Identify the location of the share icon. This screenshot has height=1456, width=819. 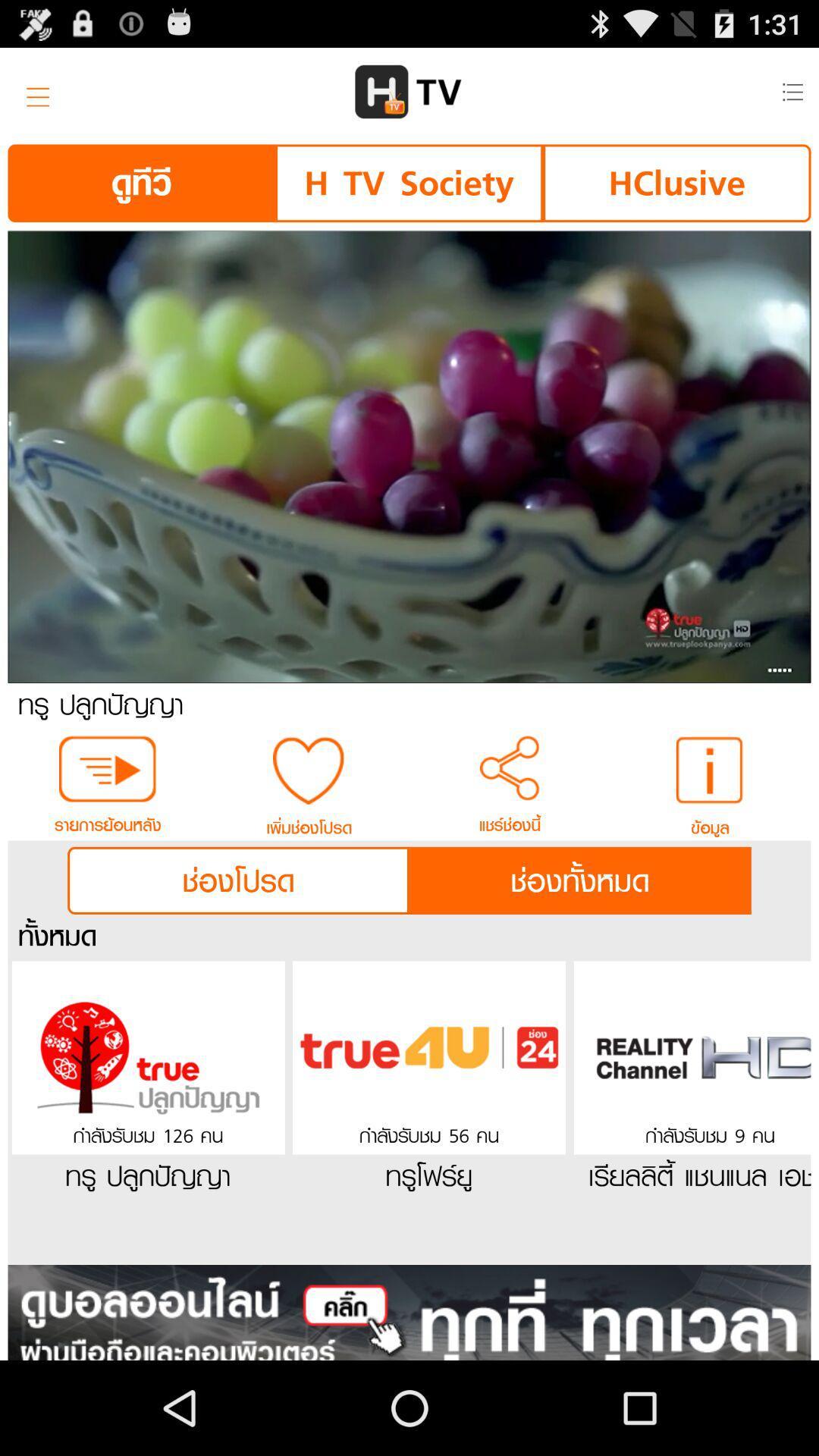
(510, 822).